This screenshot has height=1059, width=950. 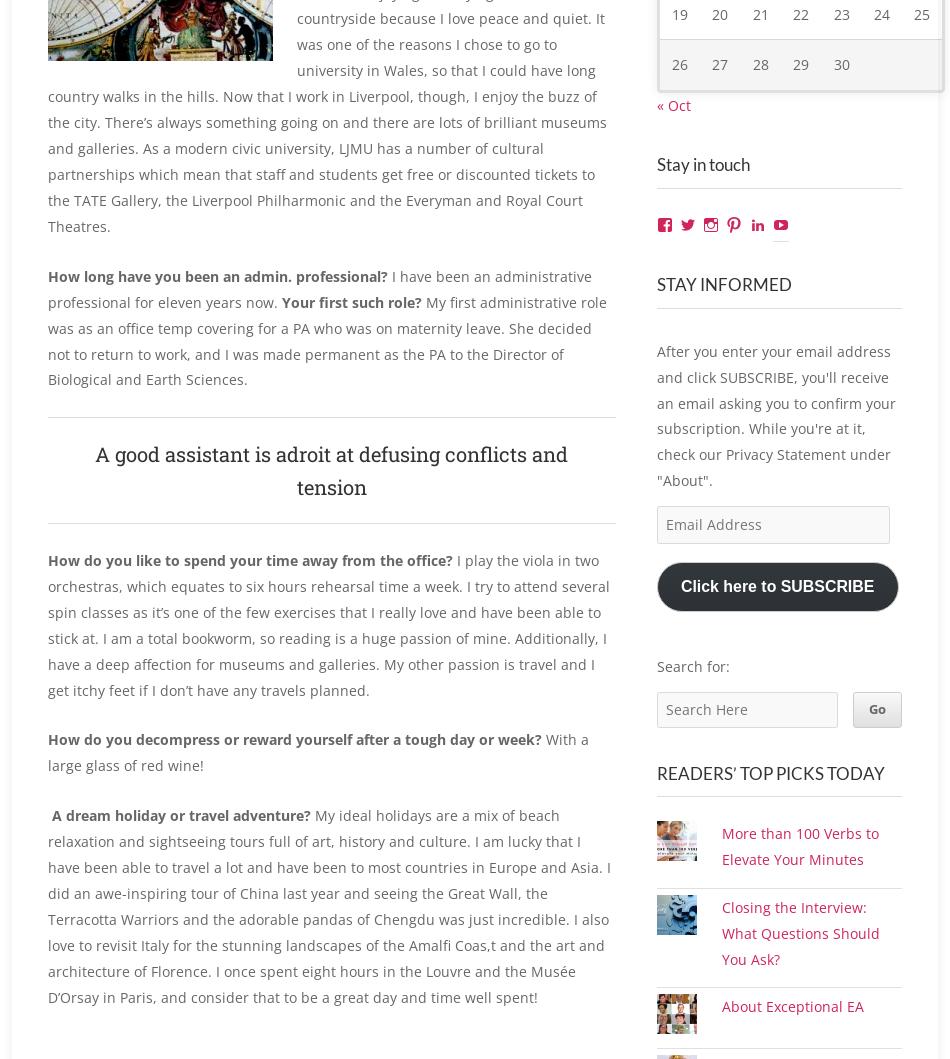 What do you see at coordinates (721, 977) in the screenshot?
I see `'Closing the Interview: What Questions Should You Ask?'` at bounding box center [721, 977].